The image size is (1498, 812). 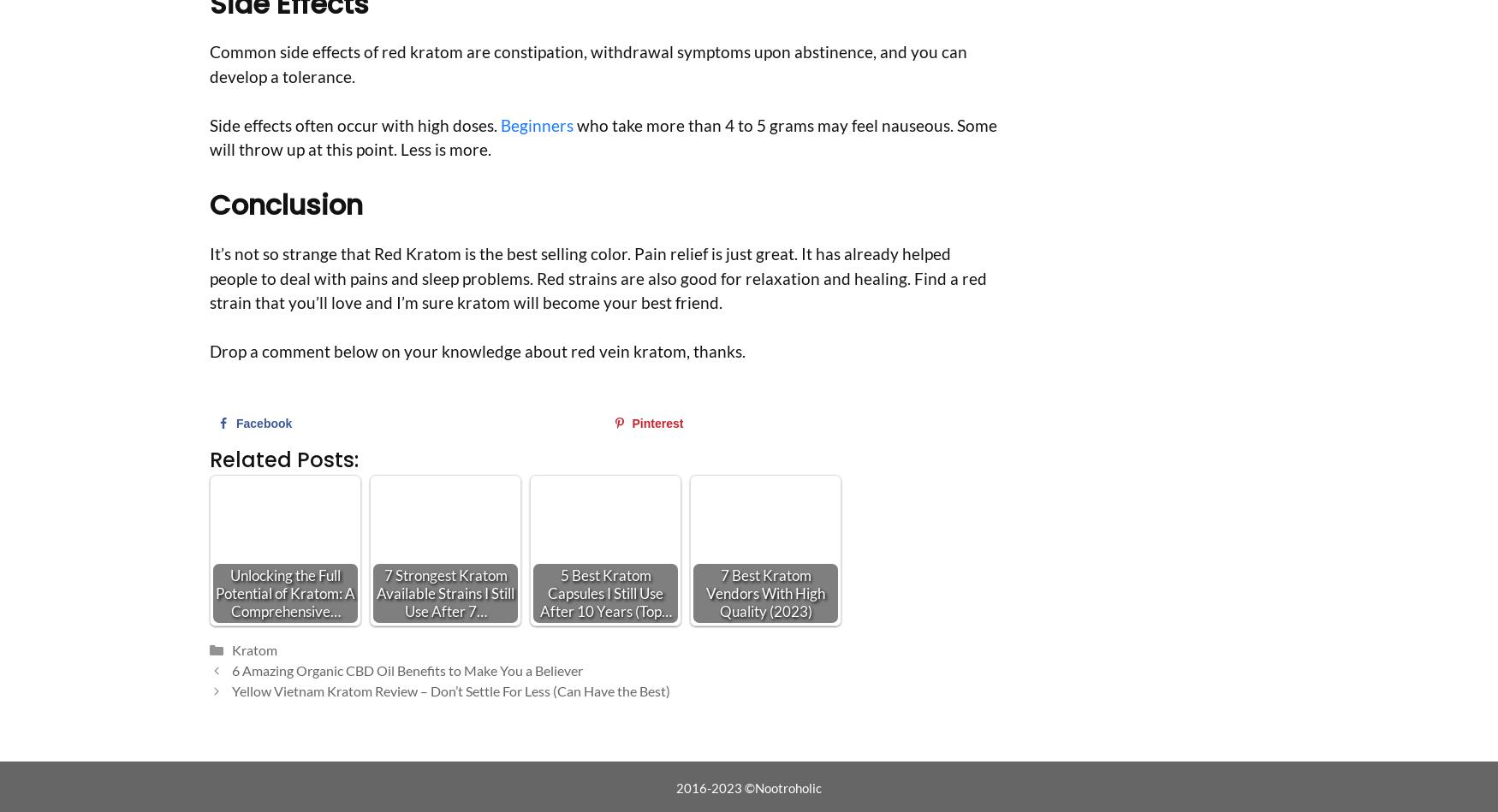 What do you see at coordinates (354, 125) in the screenshot?
I see `'Side effects often occur with high doses.'` at bounding box center [354, 125].